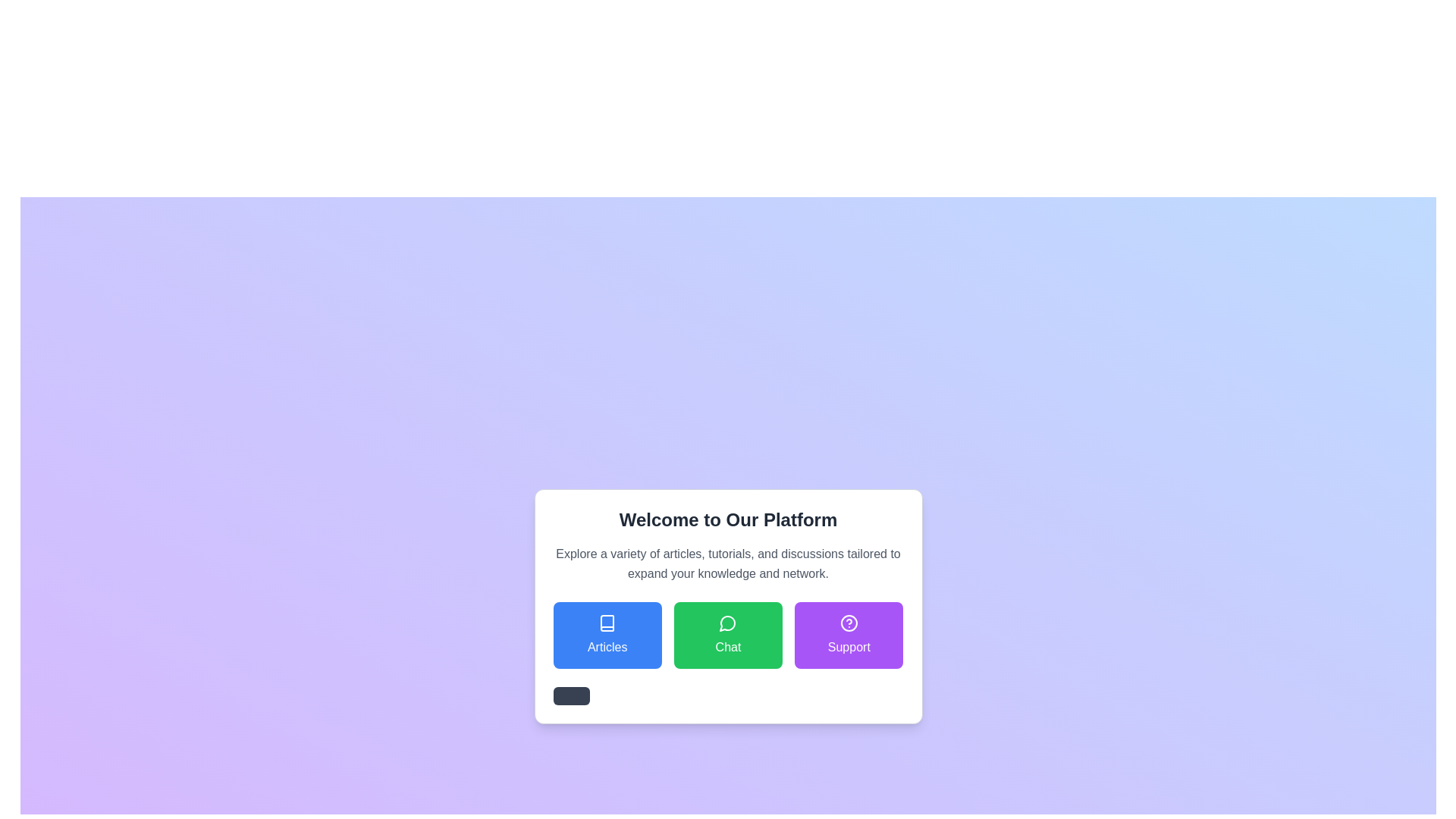 The height and width of the screenshot is (819, 1456). What do you see at coordinates (848, 635) in the screenshot?
I see `the support button, which is the third button in the row of three buttons, positioned to the right of the 'Chat' button` at bounding box center [848, 635].